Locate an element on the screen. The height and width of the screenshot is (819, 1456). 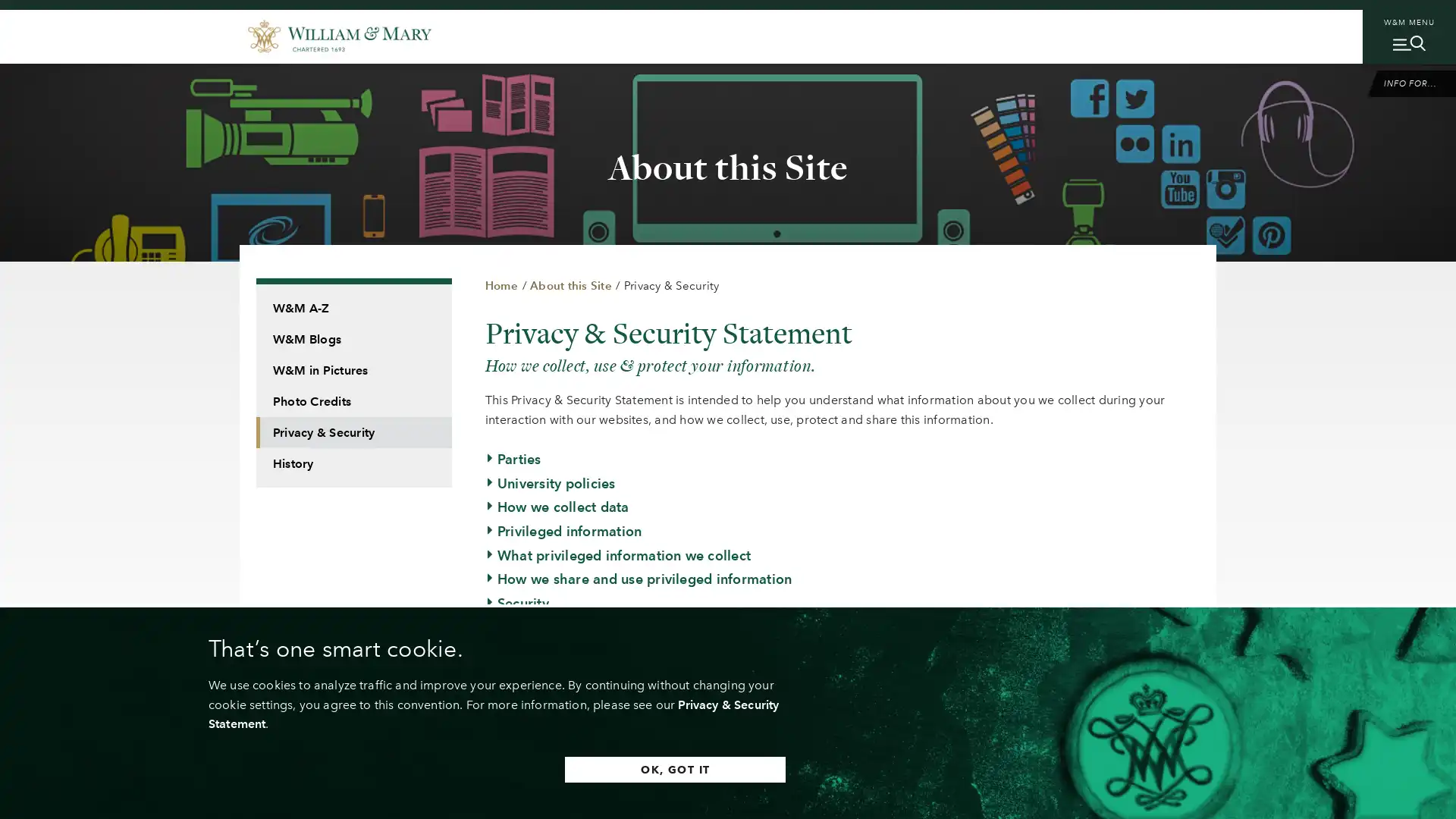
Changes to our privacy & security policy statement is located at coordinates (655, 674).